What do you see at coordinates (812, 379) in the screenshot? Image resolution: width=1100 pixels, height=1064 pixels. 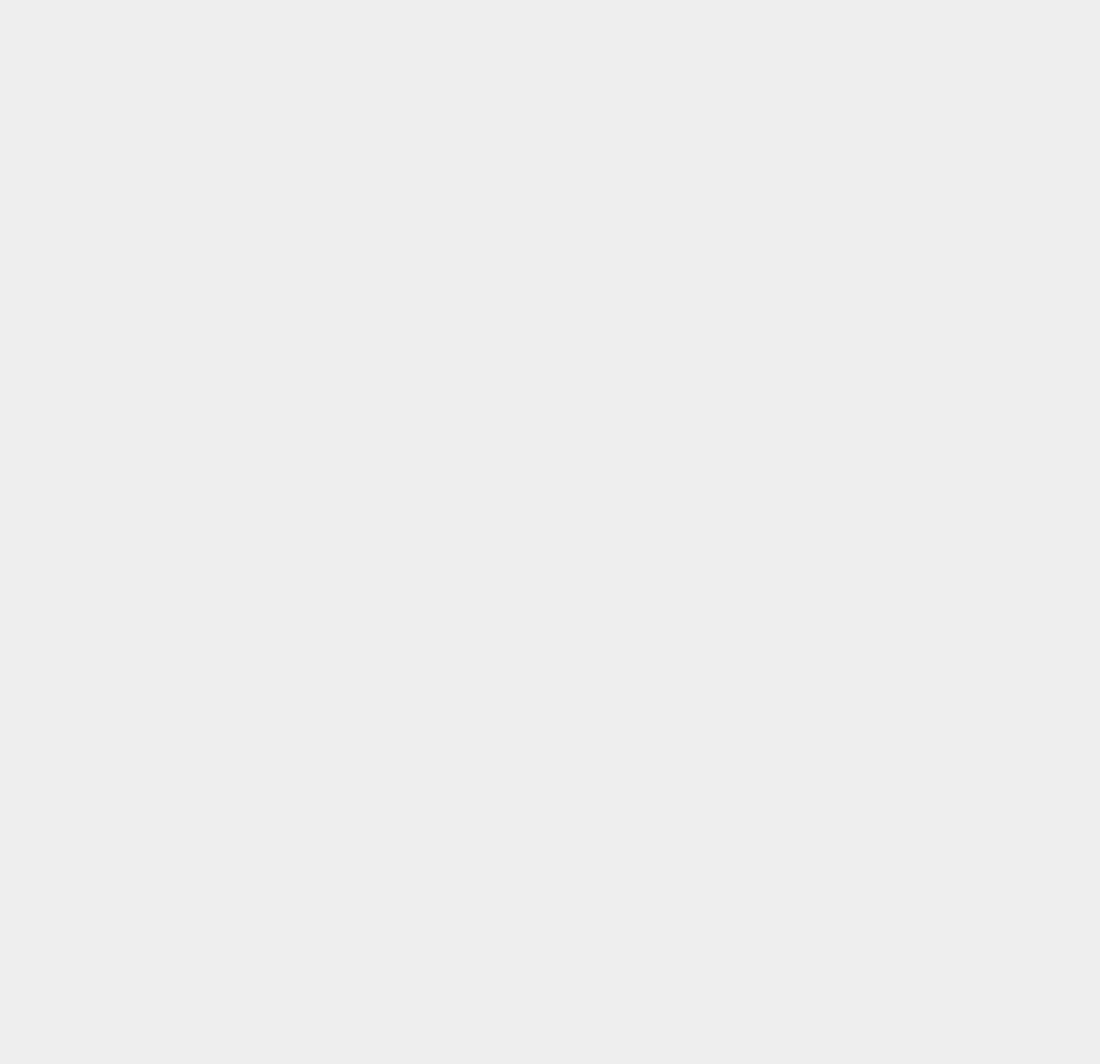 I see `'iPad Mini 2'` at bounding box center [812, 379].